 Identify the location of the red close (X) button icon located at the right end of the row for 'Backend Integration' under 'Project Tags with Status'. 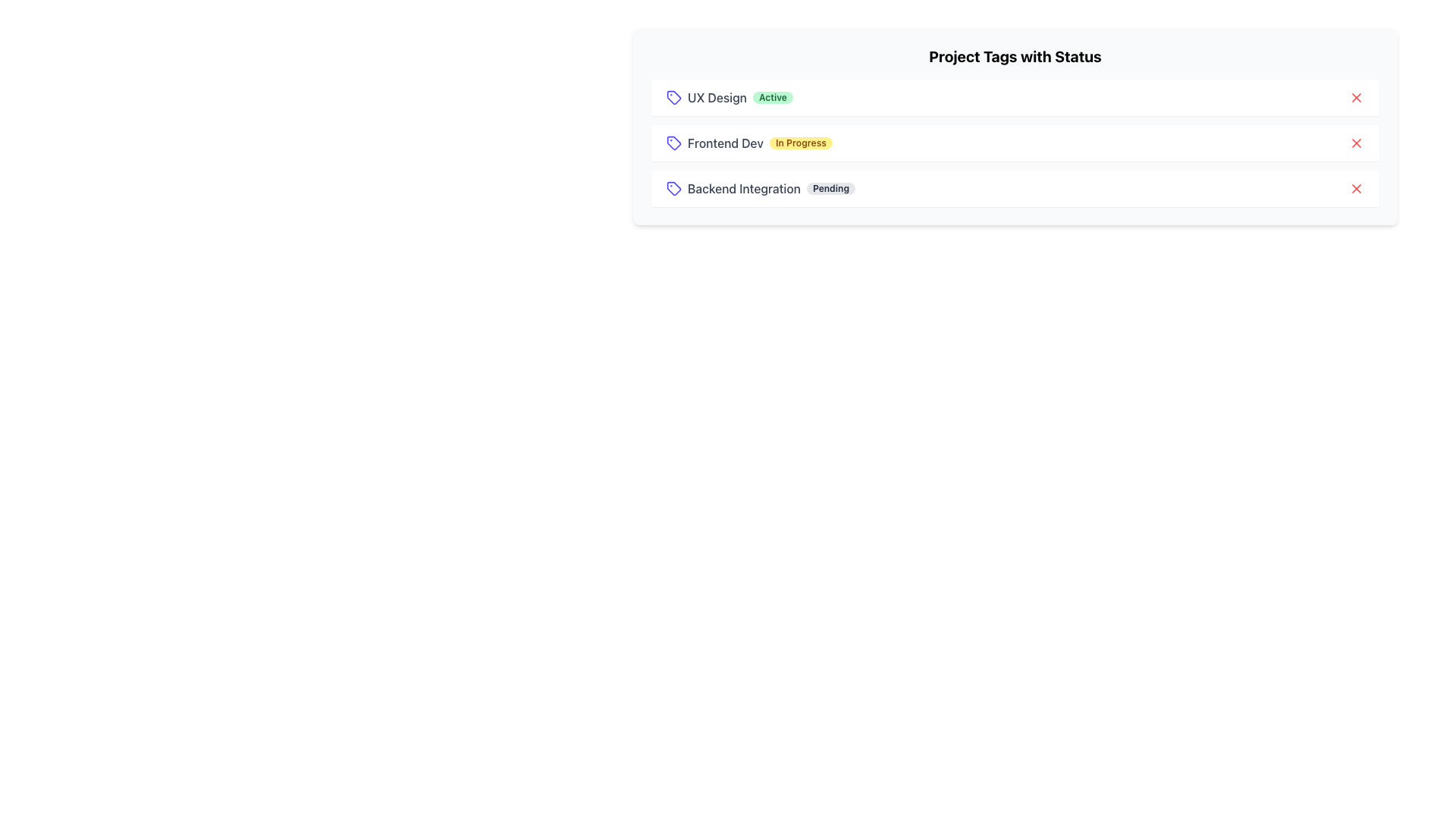
(1357, 188).